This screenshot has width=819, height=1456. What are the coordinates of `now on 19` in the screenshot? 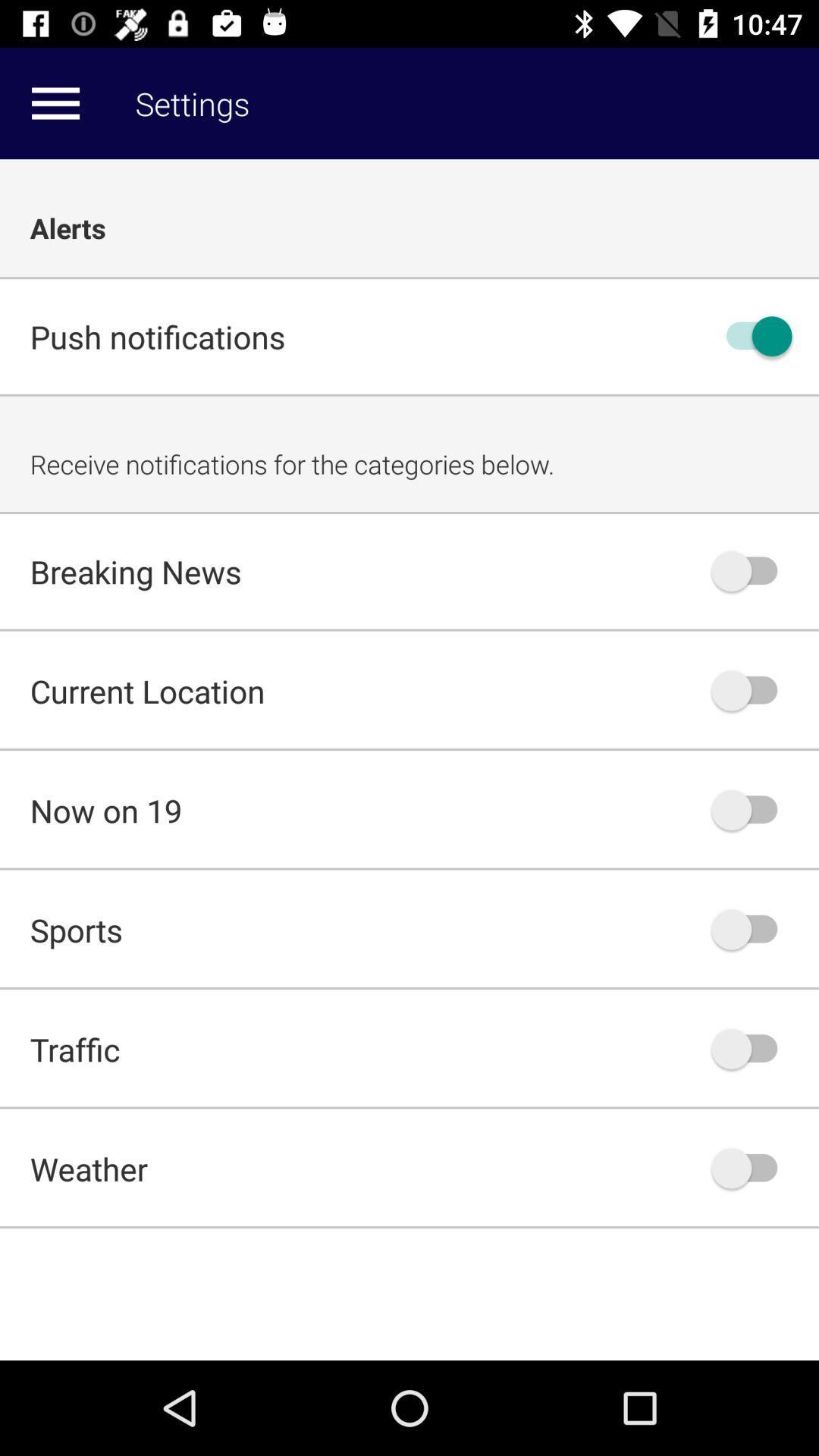 It's located at (752, 809).